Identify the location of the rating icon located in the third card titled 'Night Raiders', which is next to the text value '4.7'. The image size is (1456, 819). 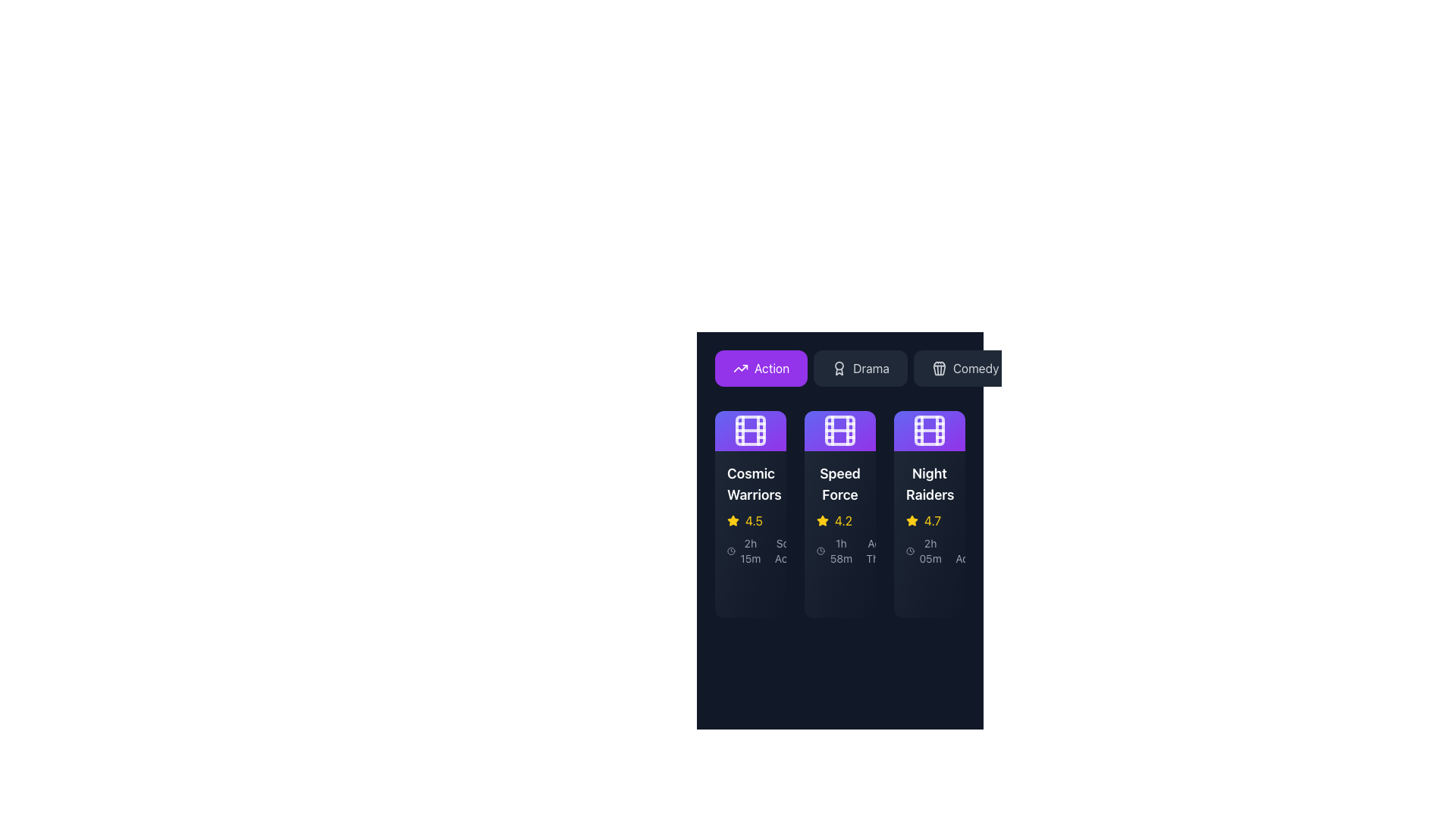
(912, 519).